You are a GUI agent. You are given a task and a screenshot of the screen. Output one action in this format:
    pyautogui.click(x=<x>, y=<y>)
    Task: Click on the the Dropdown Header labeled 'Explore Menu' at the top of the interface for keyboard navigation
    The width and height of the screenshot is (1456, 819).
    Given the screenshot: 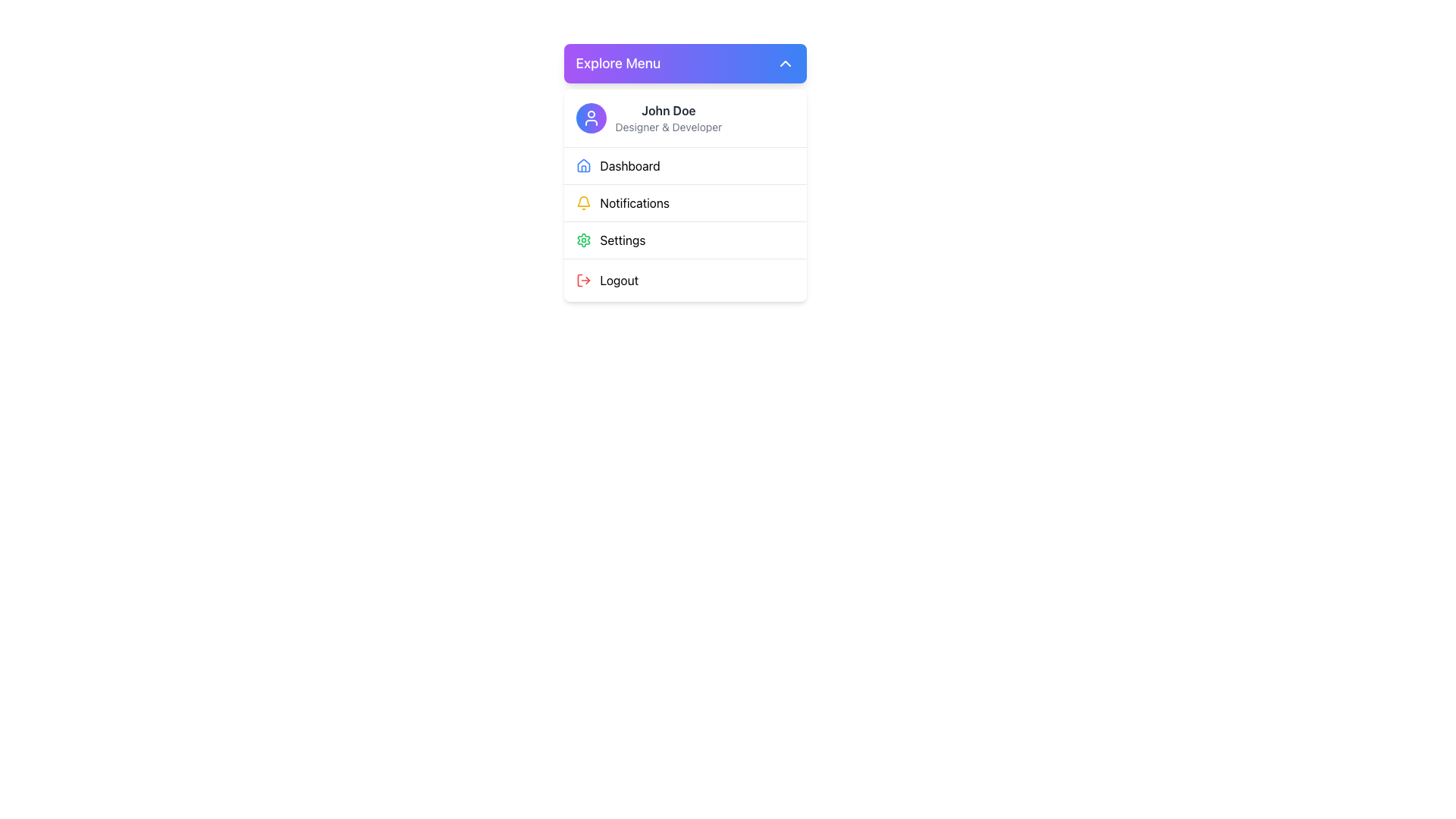 What is the action you would take?
    pyautogui.click(x=684, y=63)
    